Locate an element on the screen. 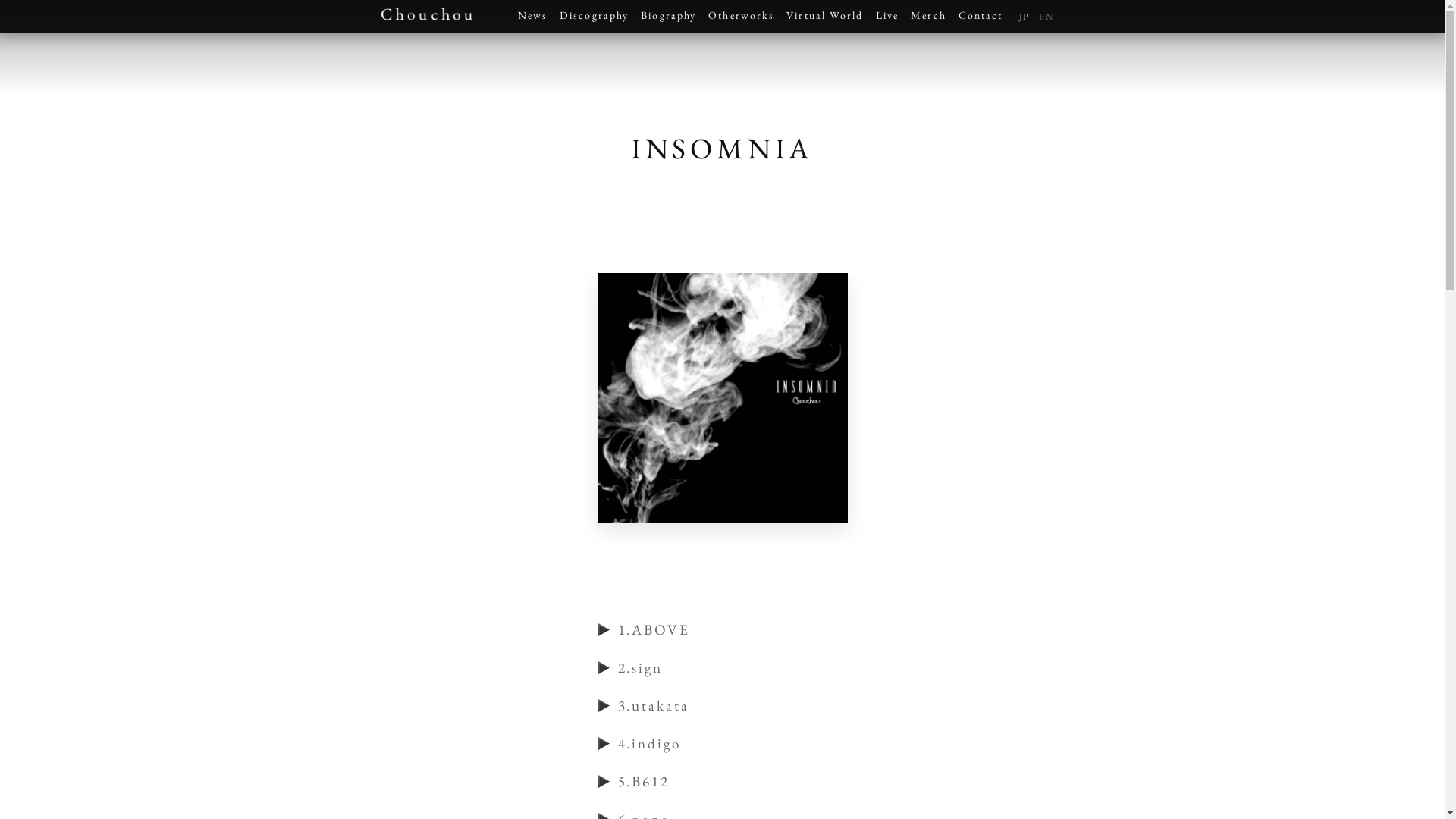  'Contact' is located at coordinates (981, 16).